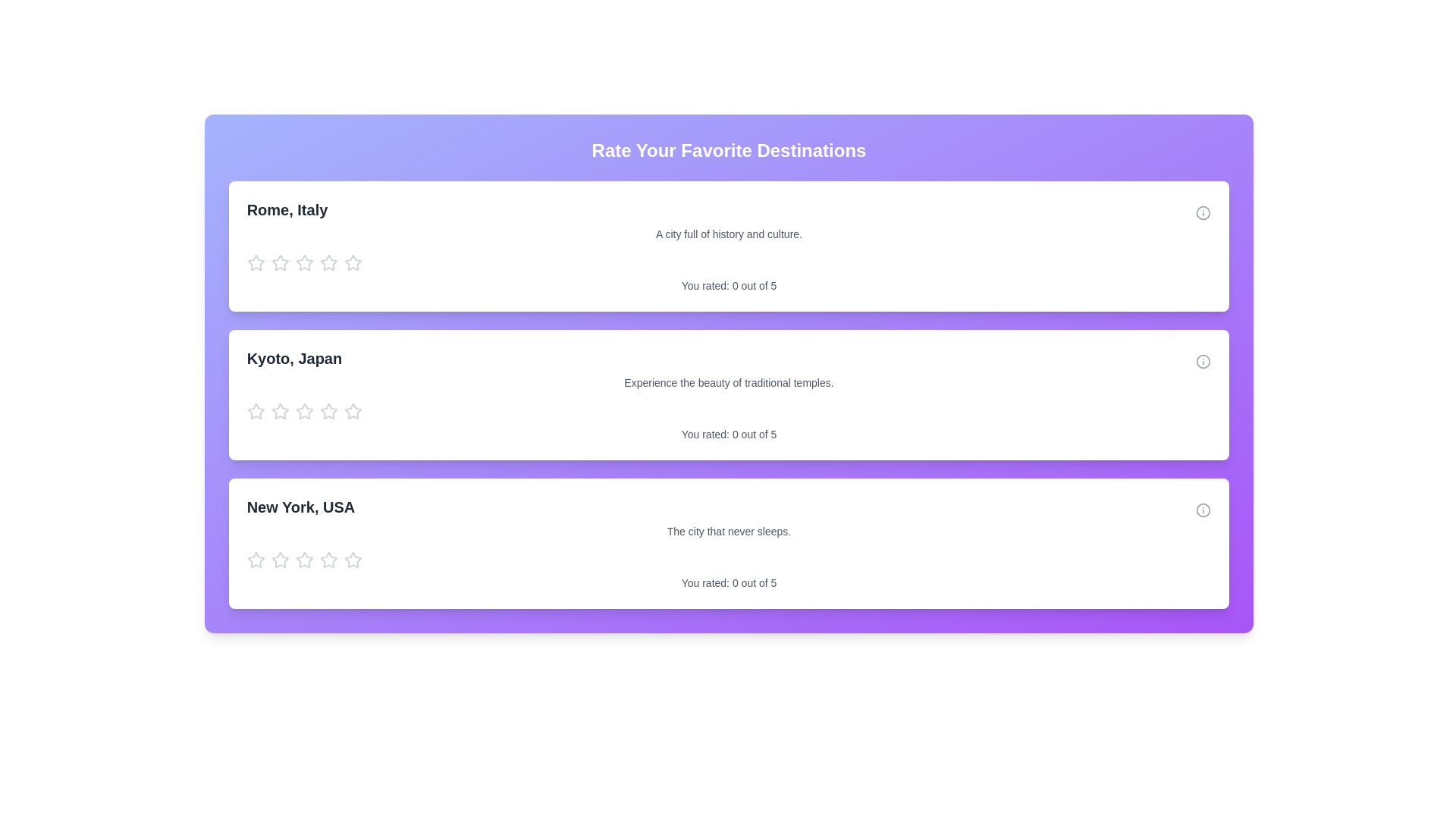 The height and width of the screenshot is (819, 1456). Describe the element at coordinates (256, 411) in the screenshot. I see `the first star-shaped rating icon under the 'Kyoto, Japan' title` at that location.